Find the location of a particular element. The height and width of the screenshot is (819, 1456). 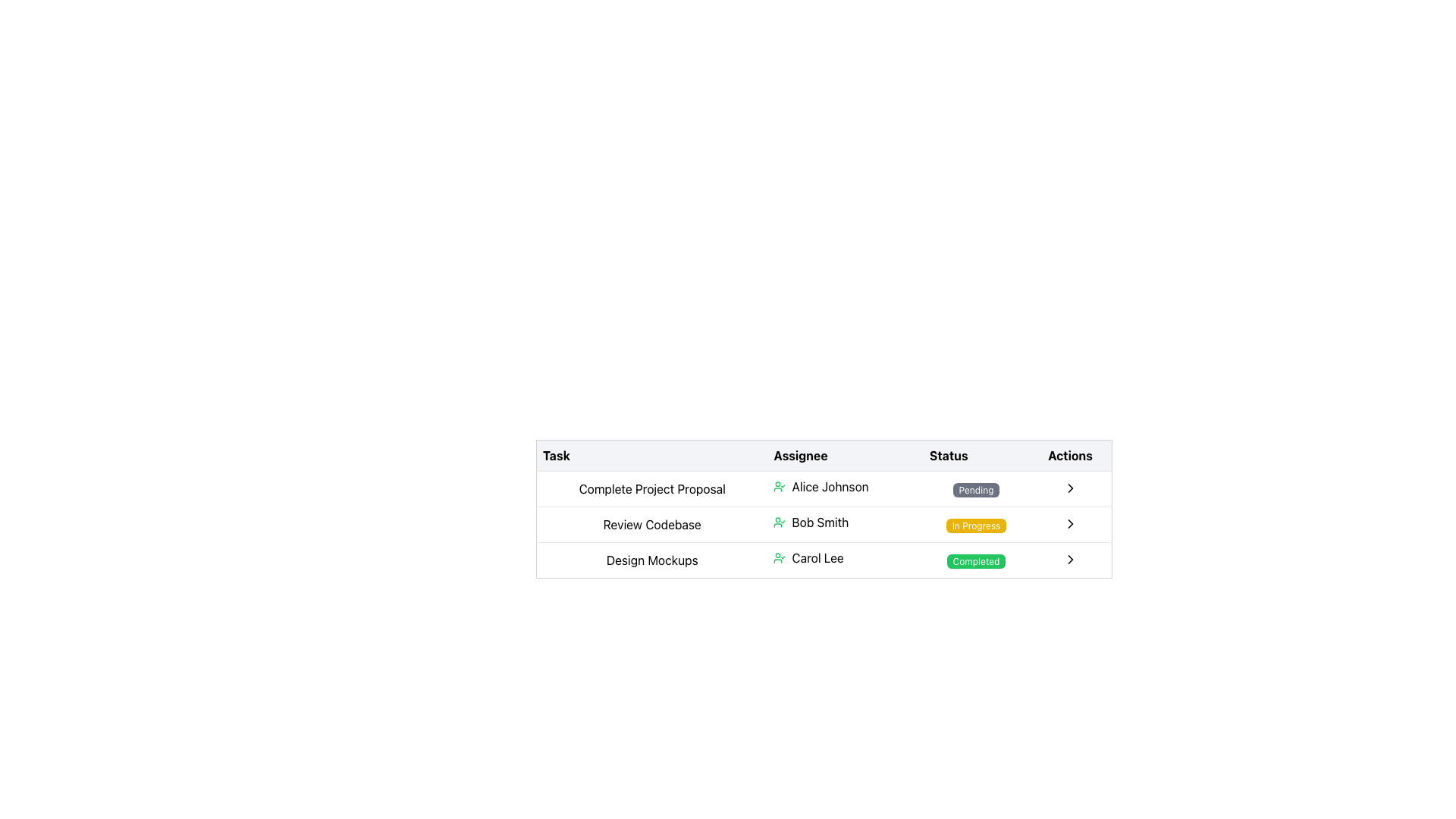

the text label that reads 'Complete Project Proposal' located in the 'Task' column of the table is located at coordinates (651, 488).